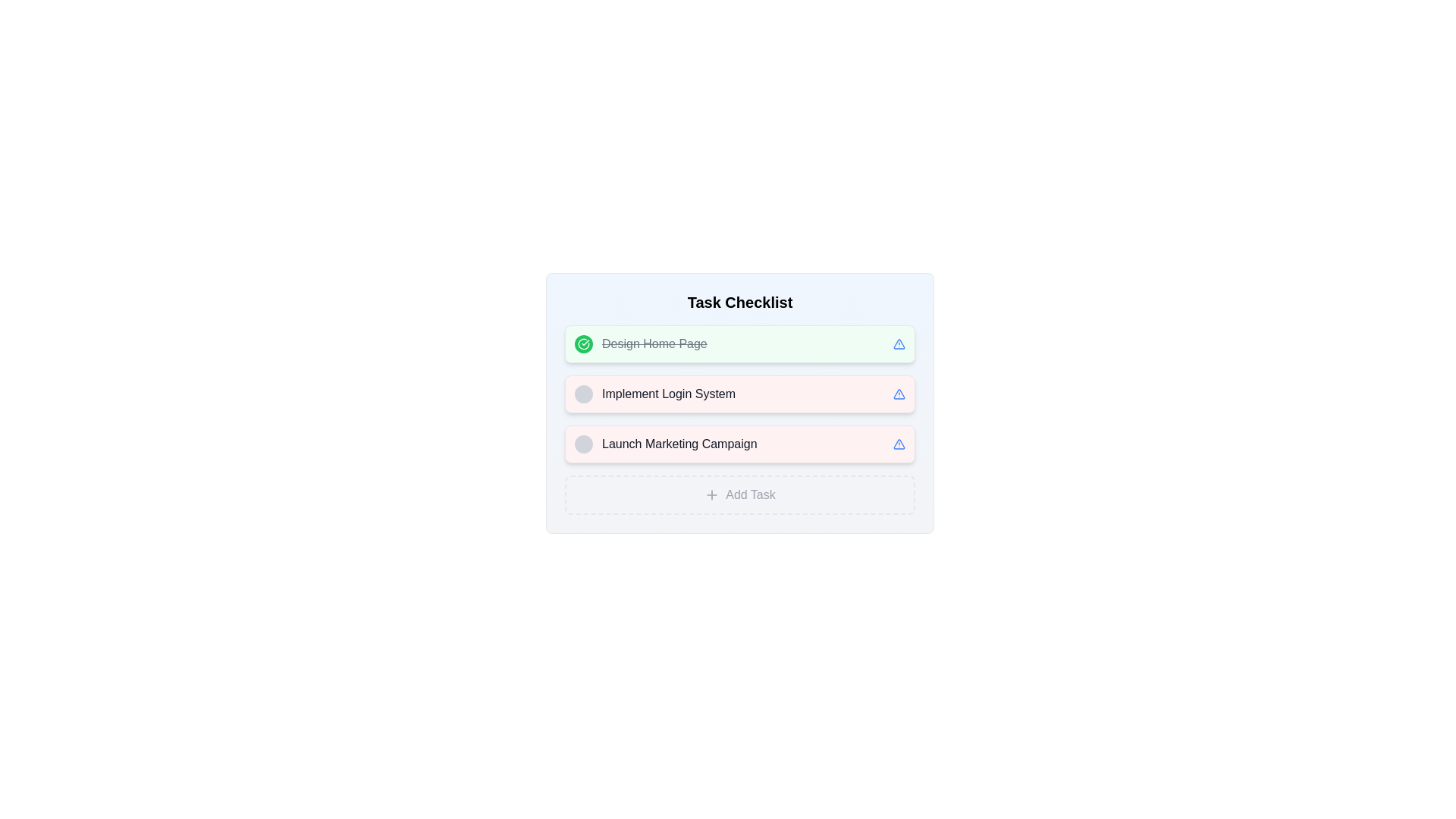  I want to click on the small triangle icon with a blue border in the top-right corner of the 'Design Home Page' checklist, so click(899, 344).